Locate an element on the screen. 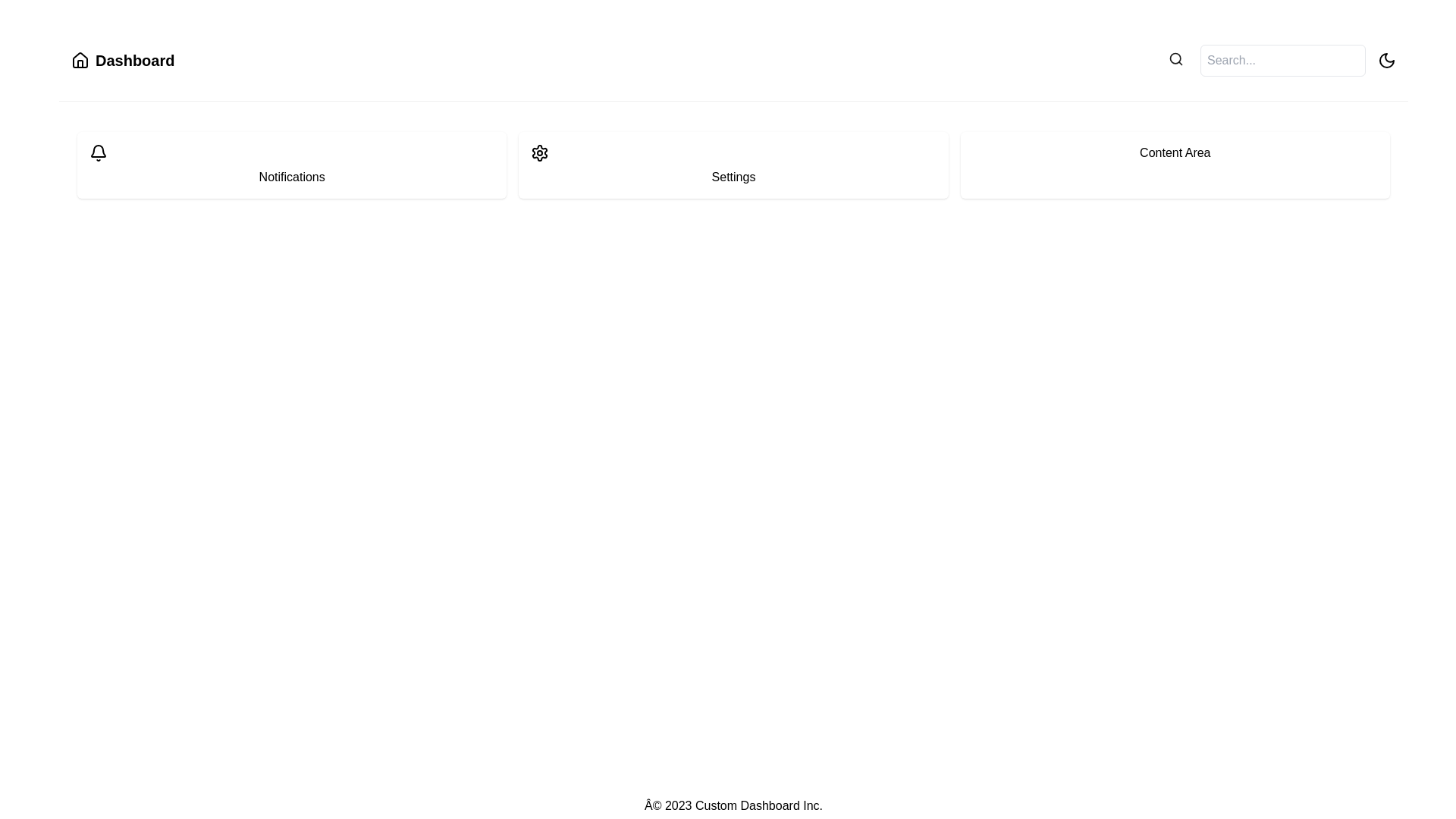 Image resolution: width=1456 pixels, height=819 pixels. the crescent moon icon within the SVG element is located at coordinates (1386, 60).